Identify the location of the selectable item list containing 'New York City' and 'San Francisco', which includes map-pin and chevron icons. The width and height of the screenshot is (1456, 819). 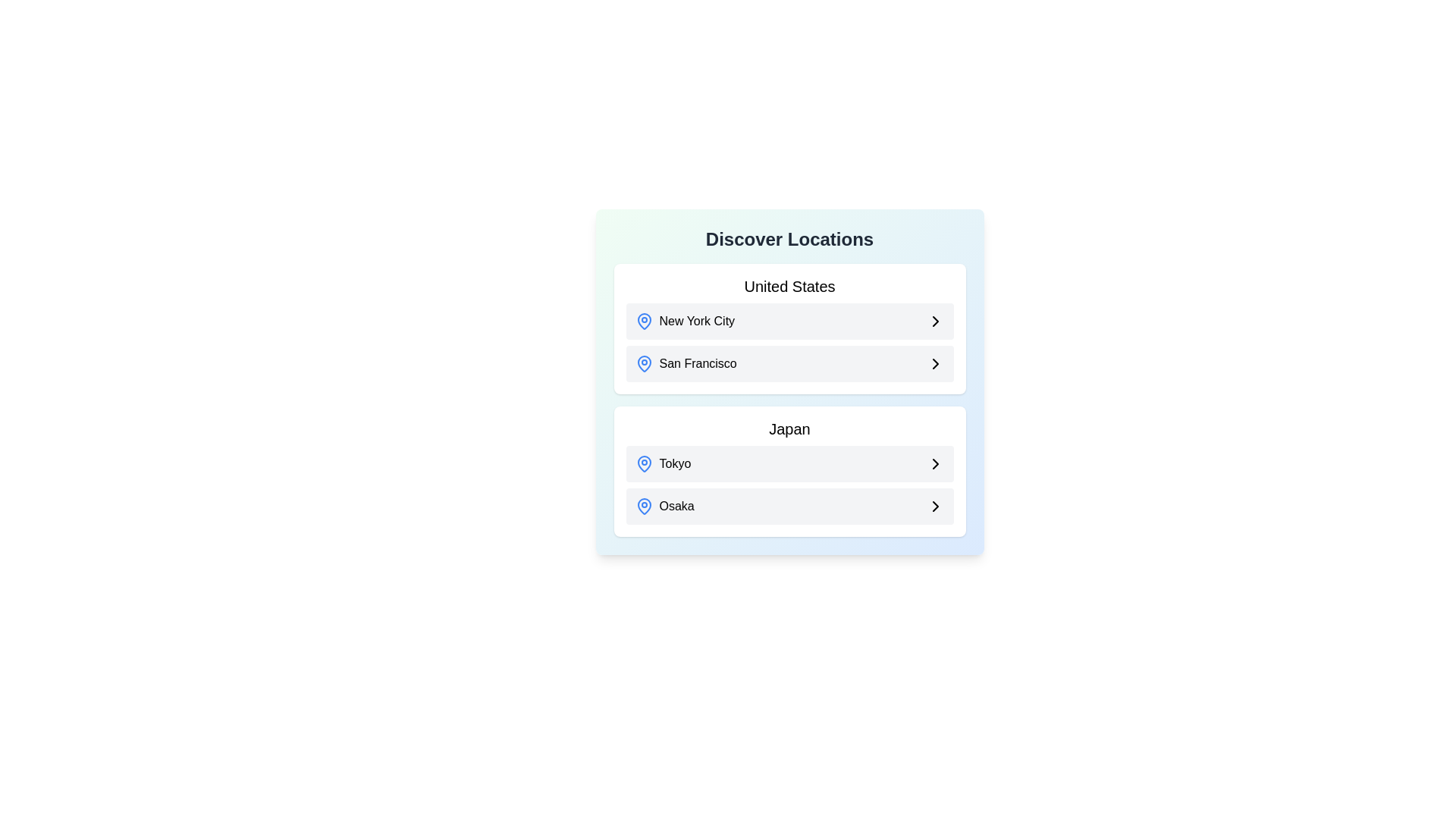
(789, 342).